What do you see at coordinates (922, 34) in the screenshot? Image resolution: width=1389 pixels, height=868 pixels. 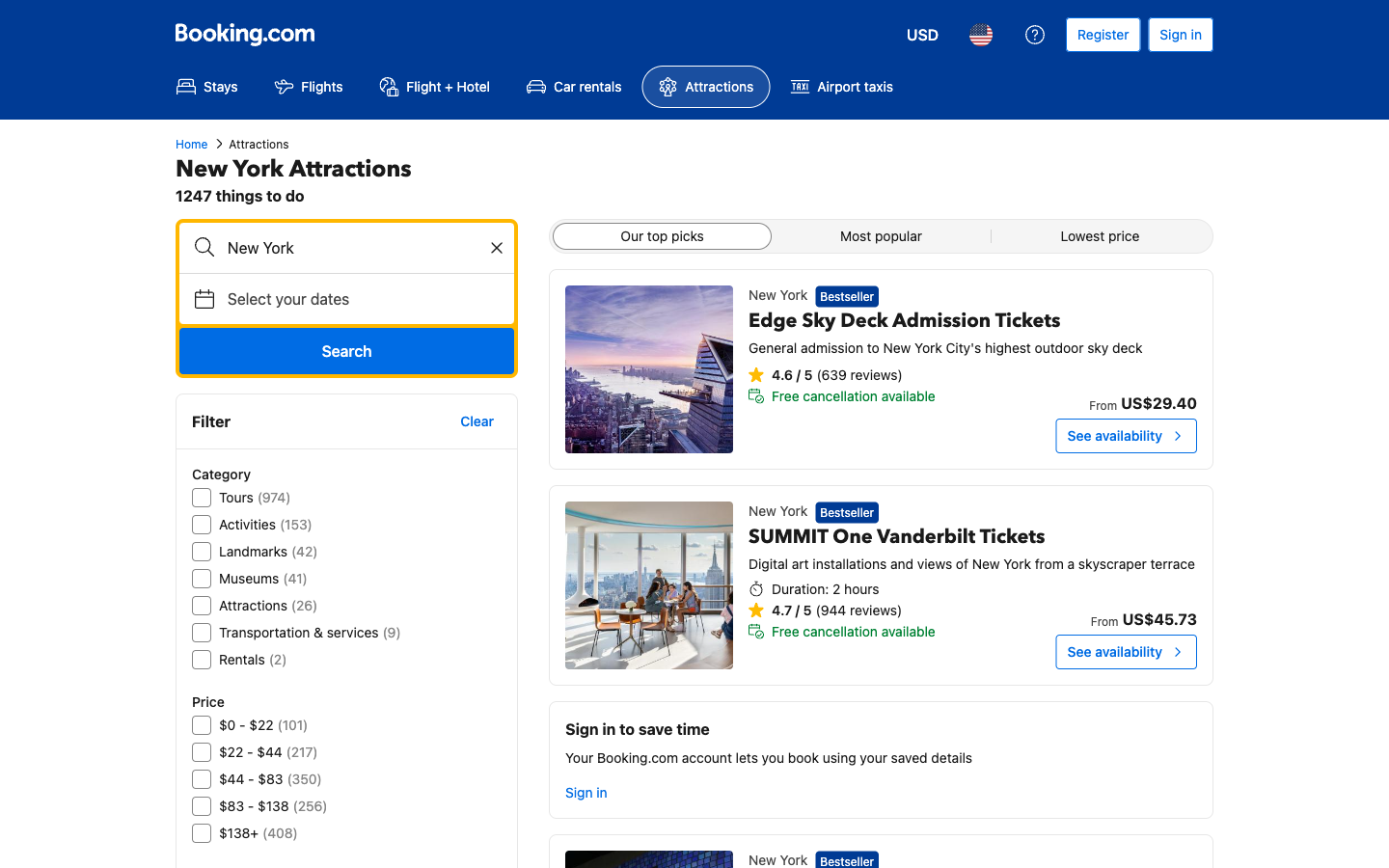 I see `the next currency from the drop-down menu` at bounding box center [922, 34].